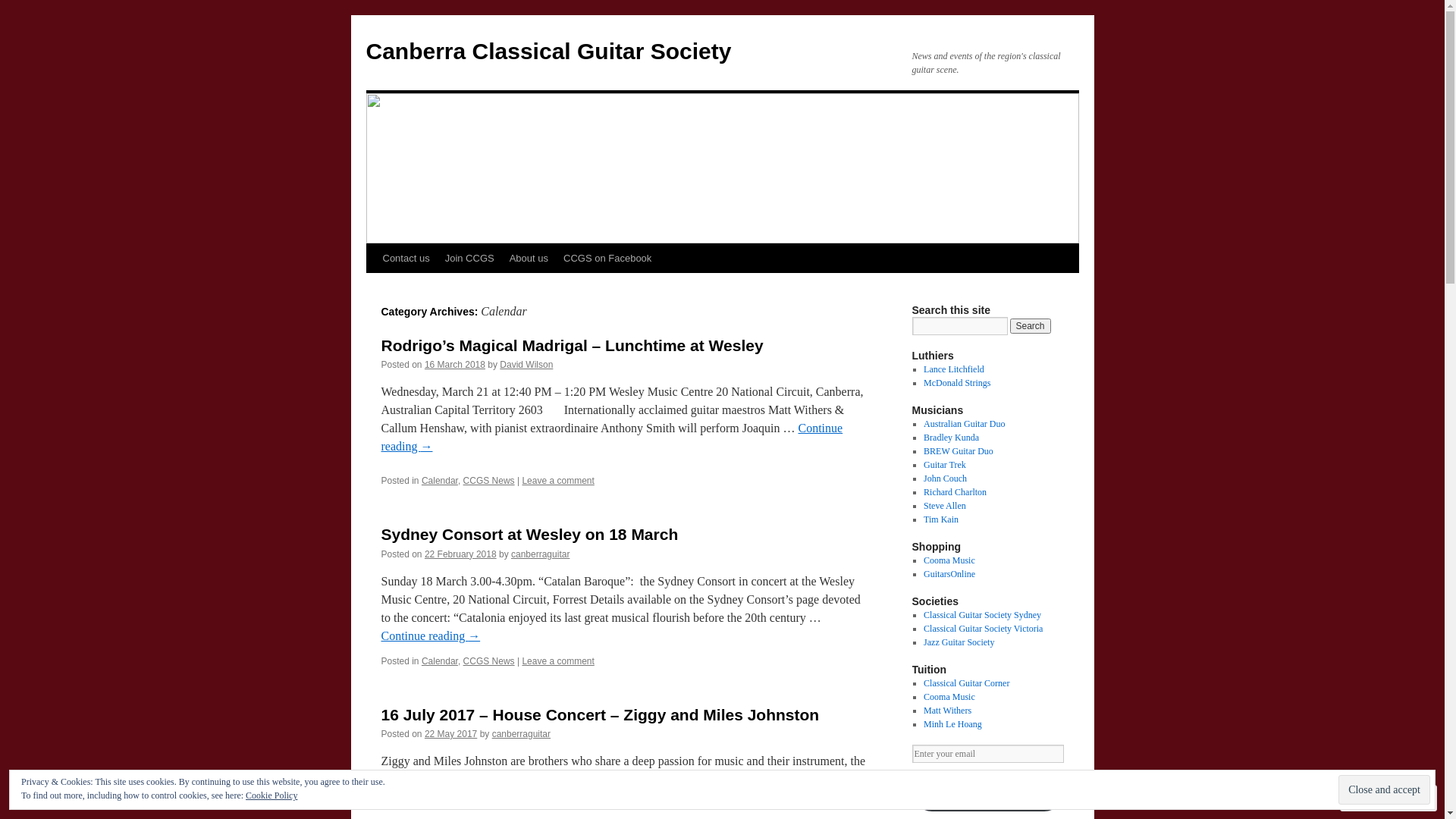 This screenshot has width=1456, height=819. What do you see at coordinates (987, 754) in the screenshot?
I see `'Enter your email'` at bounding box center [987, 754].